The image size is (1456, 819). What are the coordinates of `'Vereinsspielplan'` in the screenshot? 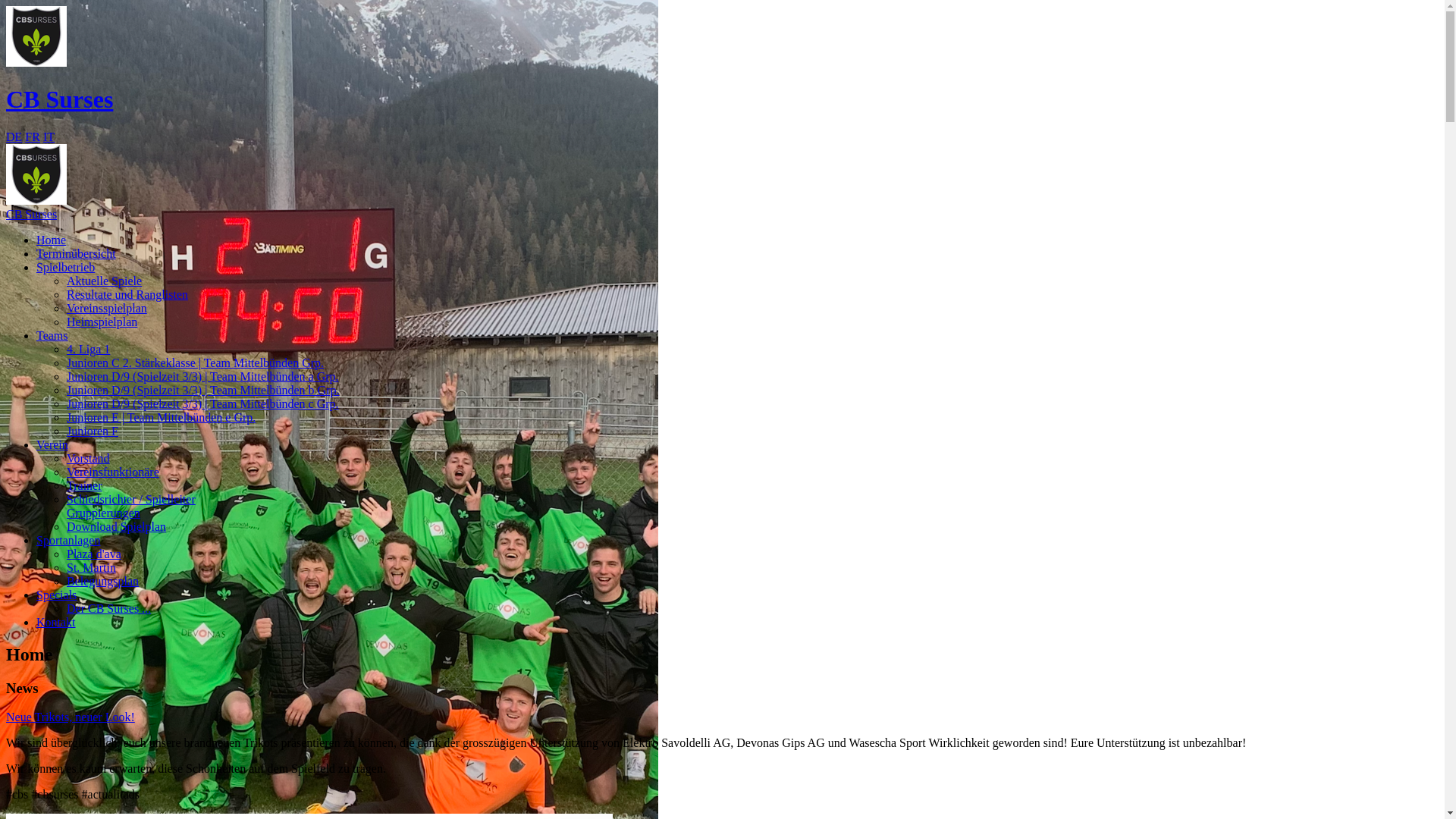 It's located at (105, 307).